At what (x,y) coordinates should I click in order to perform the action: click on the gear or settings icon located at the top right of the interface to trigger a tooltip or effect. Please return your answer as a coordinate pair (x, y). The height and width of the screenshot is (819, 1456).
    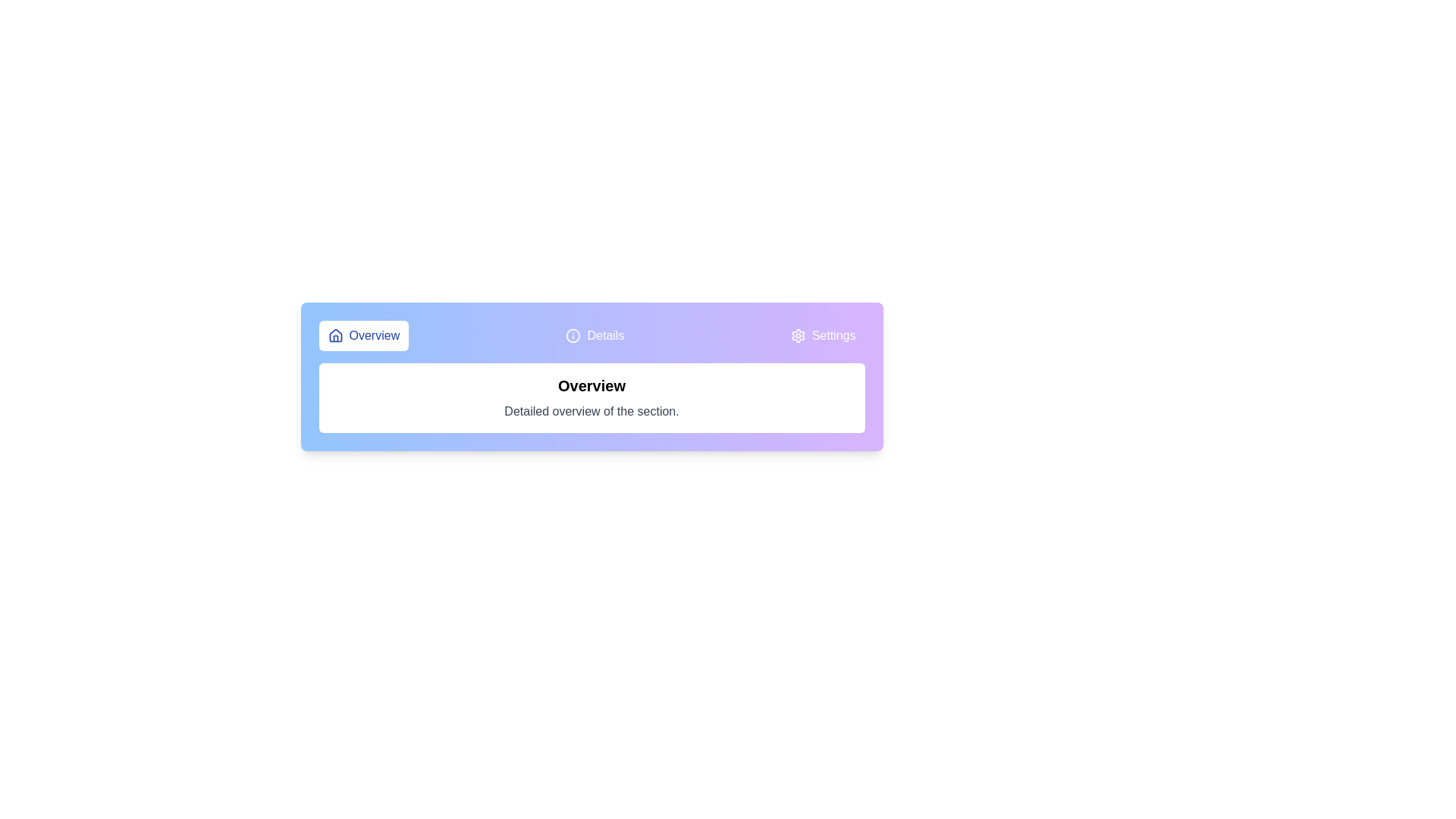
    Looking at the image, I should click on (797, 335).